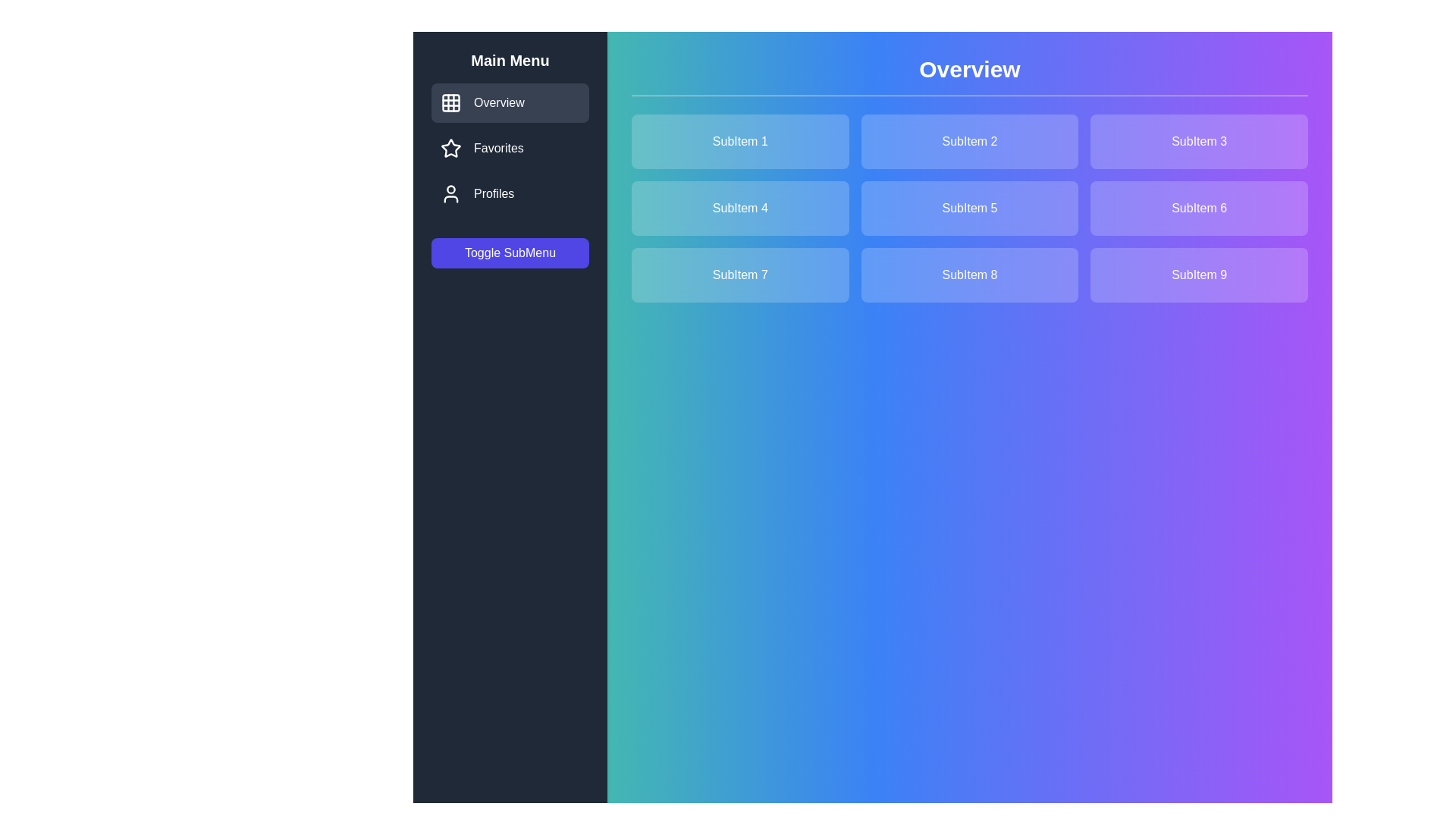 The image size is (1456, 819). What do you see at coordinates (510, 193) in the screenshot?
I see `the menu item labeled Profiles to observe the hover effect` at bounding box center [510, 193].